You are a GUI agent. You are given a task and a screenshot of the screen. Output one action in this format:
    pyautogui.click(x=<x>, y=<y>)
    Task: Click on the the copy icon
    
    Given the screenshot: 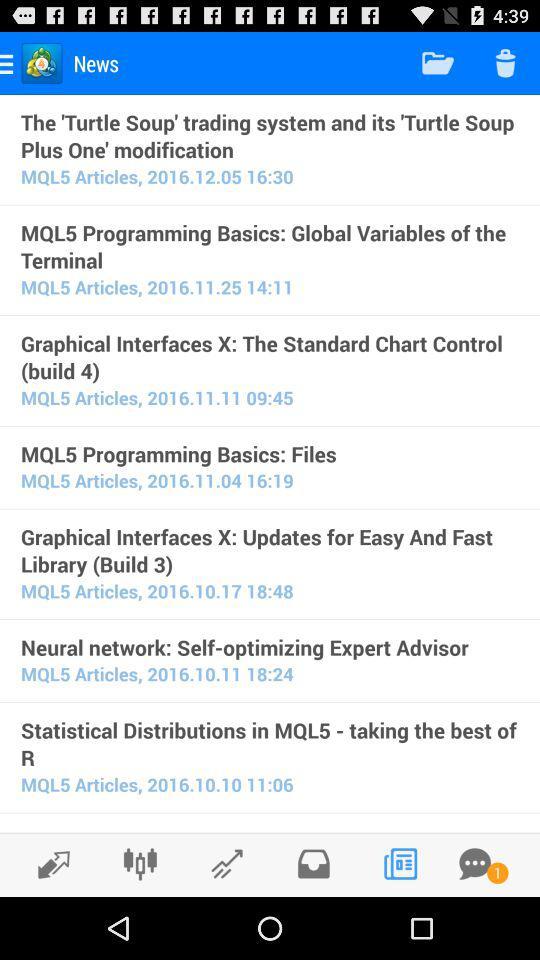 What is the action you would take?
    pyautogui.click(x=400, y=924)
    